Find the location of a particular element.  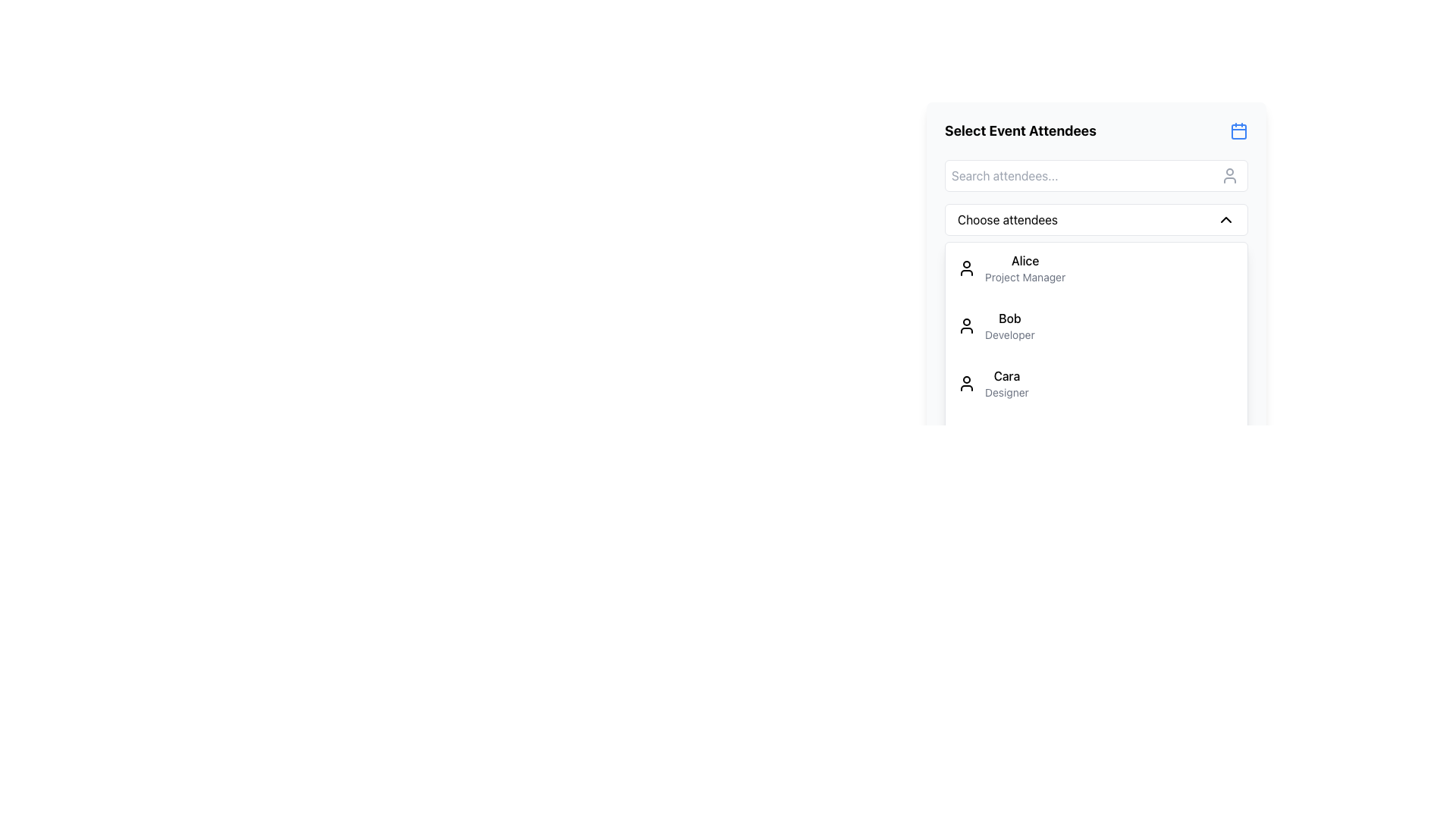

the profile icon located to the left of the entry labeled 'Bob', who is identified as a Developer, within the 'Select Event Attendees' section is located at coordinates (966, 325).